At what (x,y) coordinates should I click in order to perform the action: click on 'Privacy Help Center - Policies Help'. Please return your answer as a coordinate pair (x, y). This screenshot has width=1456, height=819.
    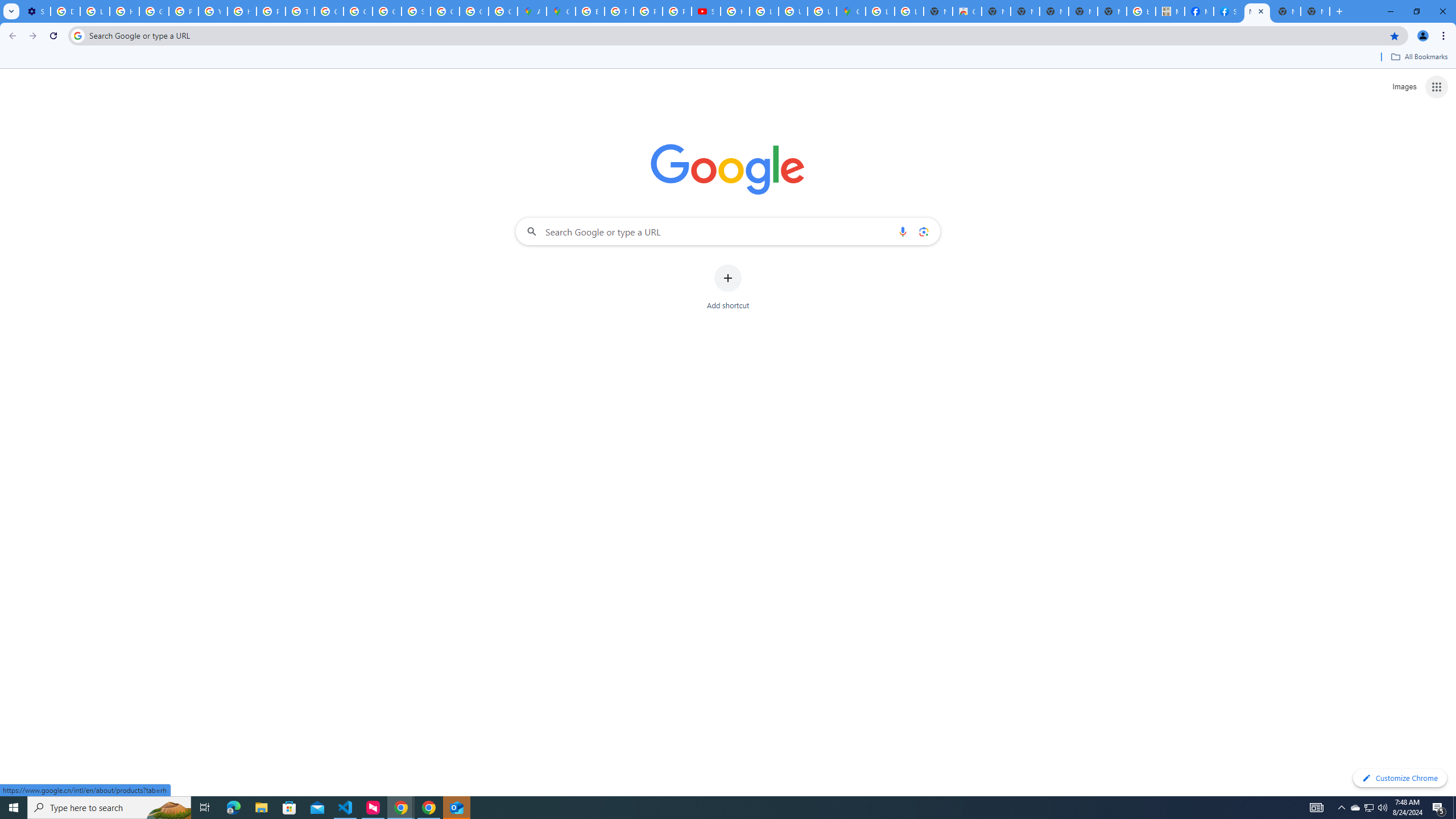
    Looking at the image, I should click on (648, 11).